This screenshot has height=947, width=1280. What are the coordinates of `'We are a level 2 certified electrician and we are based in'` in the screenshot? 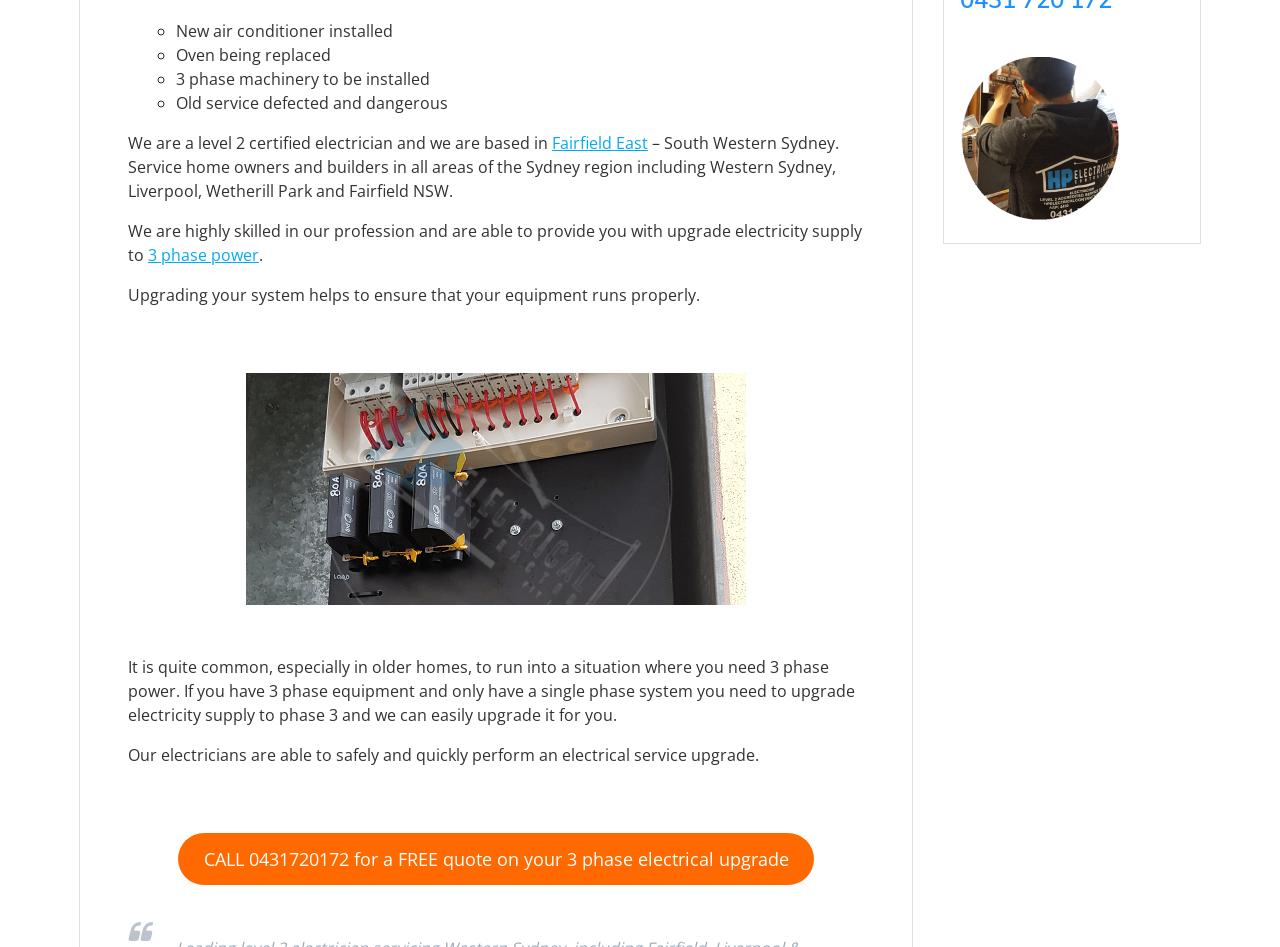 It's located at (339, 140).